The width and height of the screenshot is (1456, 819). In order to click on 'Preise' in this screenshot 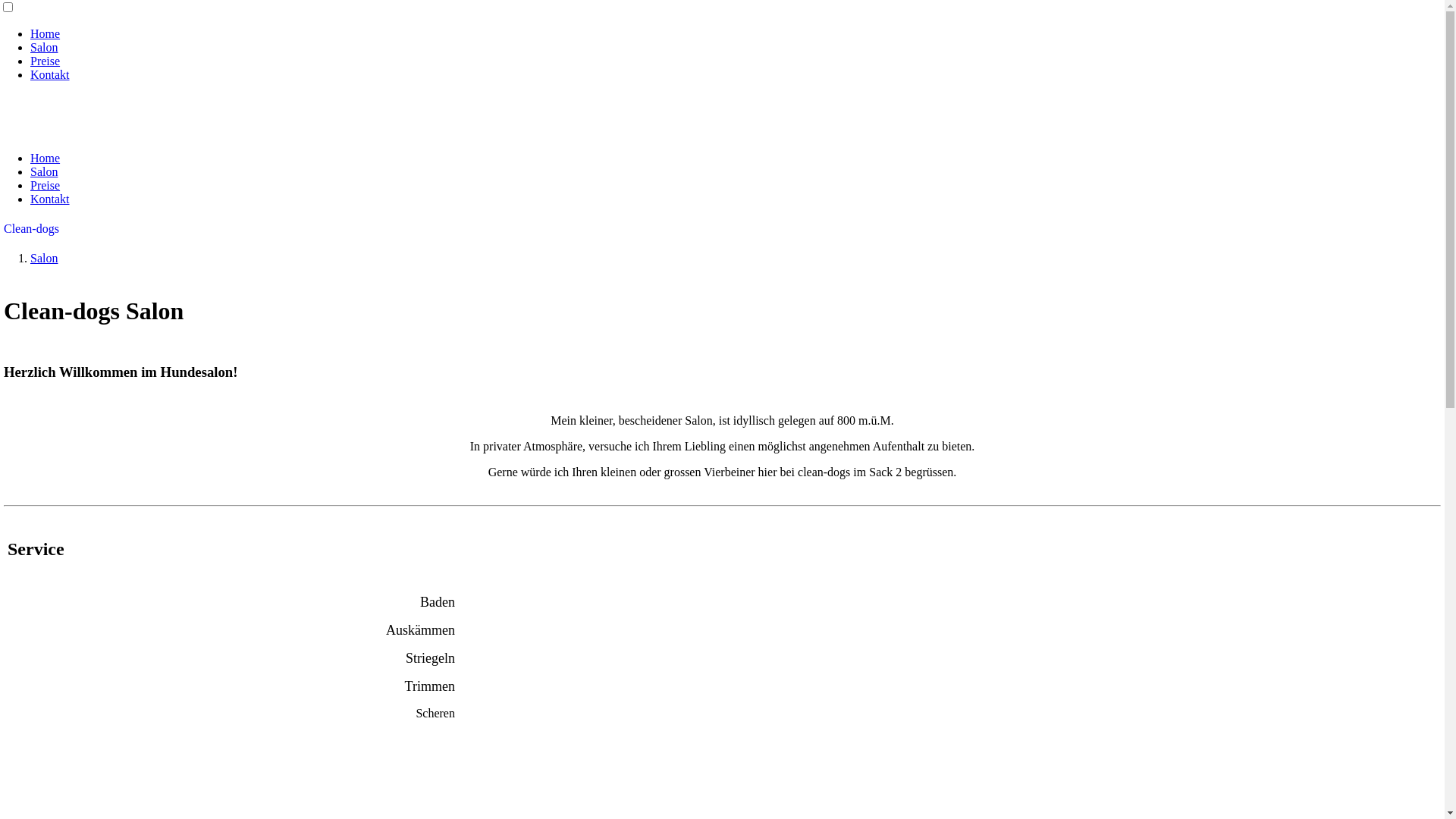, I will do `click(45, 60)`.